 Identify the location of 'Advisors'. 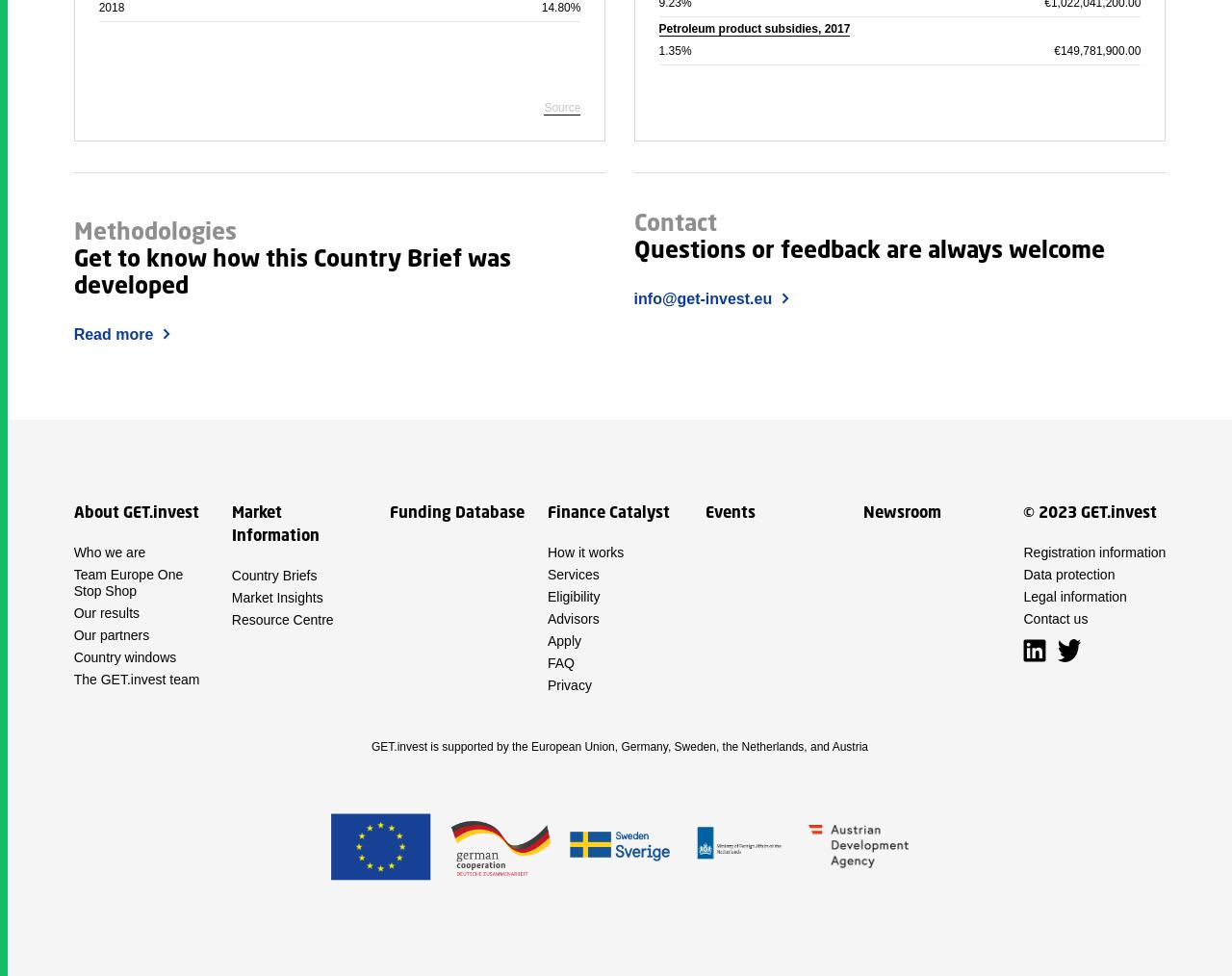
(546, 617).